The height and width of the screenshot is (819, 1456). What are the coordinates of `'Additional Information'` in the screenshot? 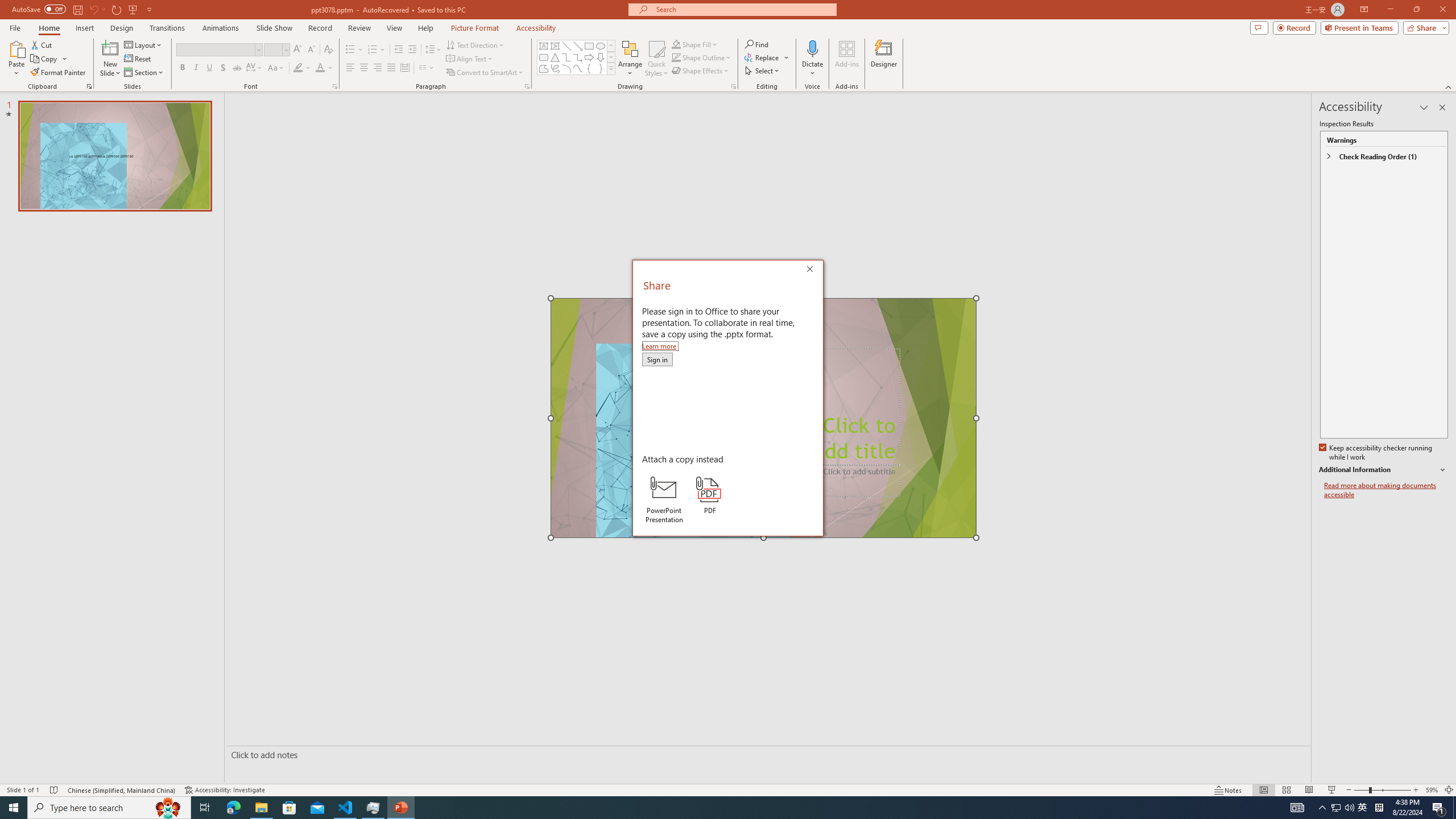 It's located at (1384, 470).